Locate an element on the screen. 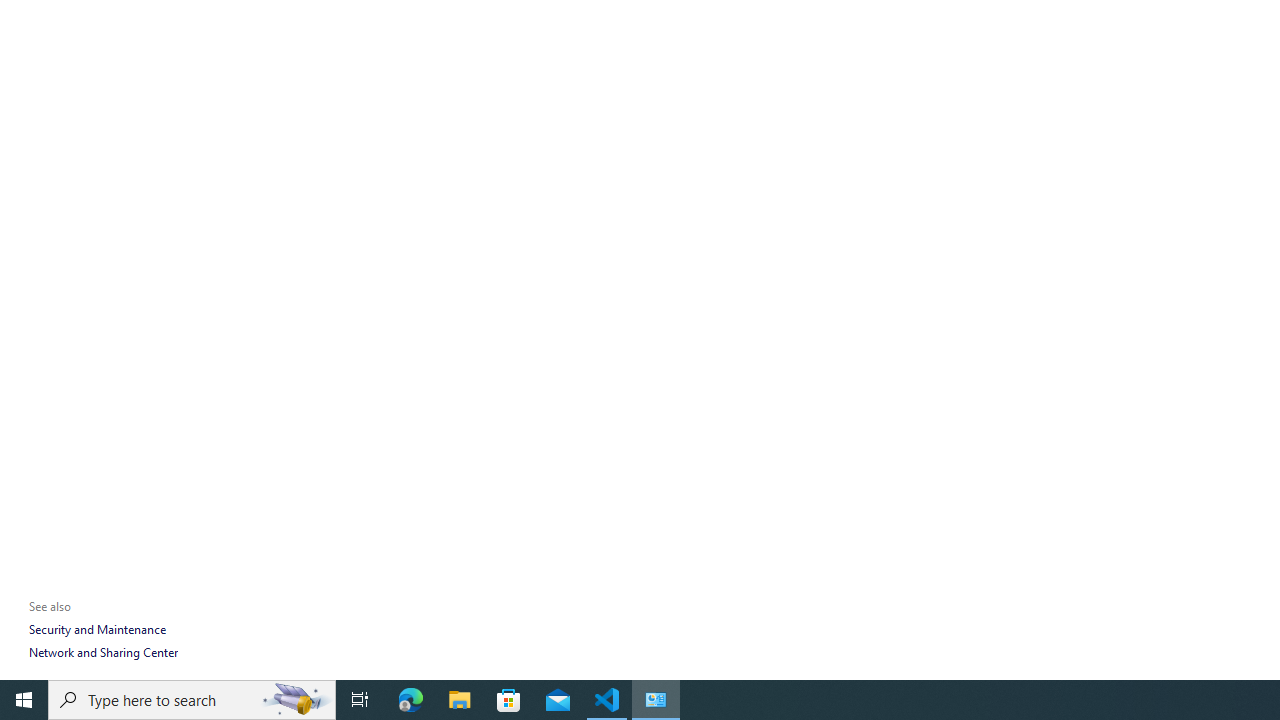 The height and width of the screenshot is (720, 1280). 'Microsoft Edge' is located at coordinates (410, 698).